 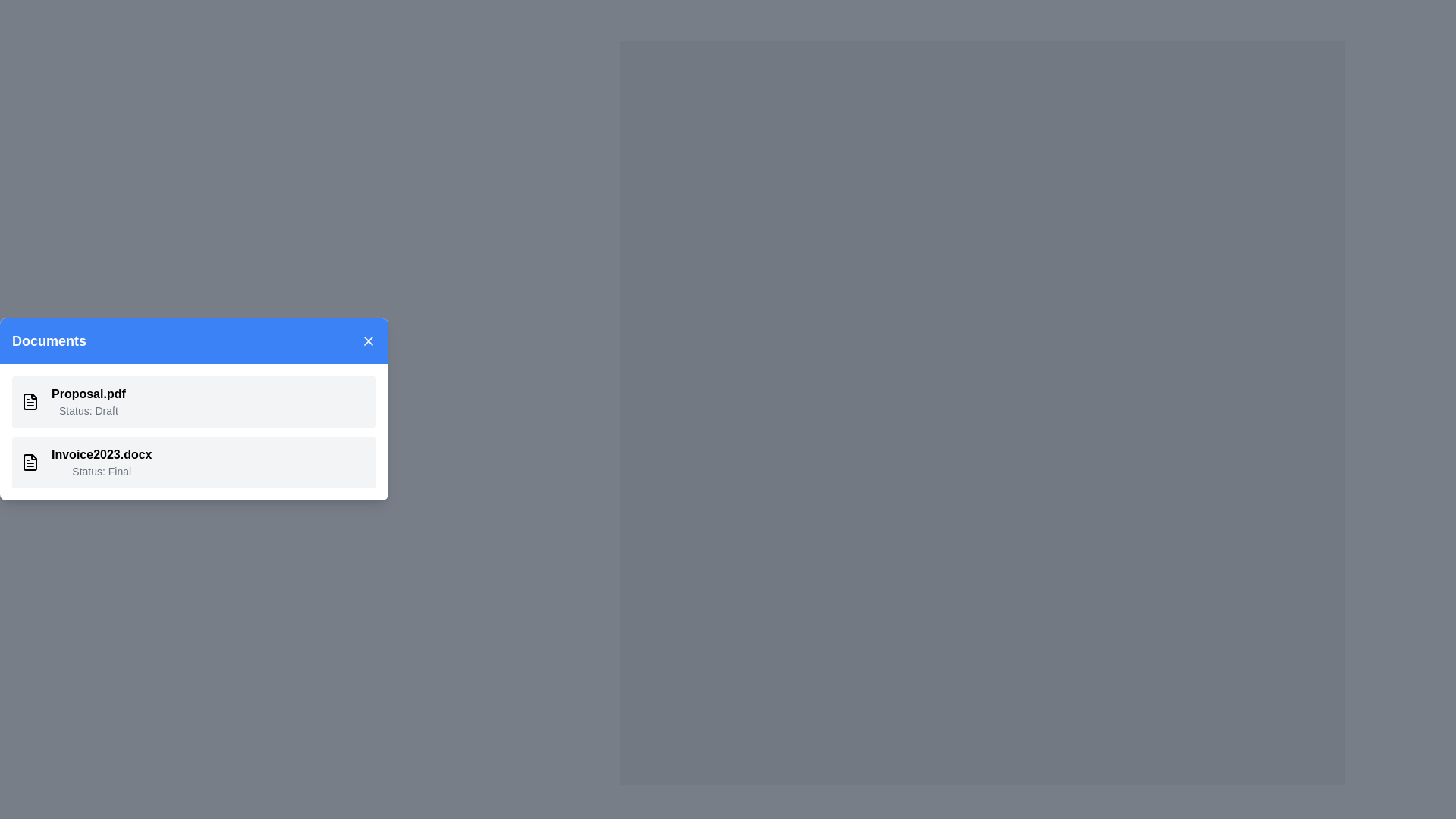 I want to click on the close button to close the dialog, so click(x=368, y=341).